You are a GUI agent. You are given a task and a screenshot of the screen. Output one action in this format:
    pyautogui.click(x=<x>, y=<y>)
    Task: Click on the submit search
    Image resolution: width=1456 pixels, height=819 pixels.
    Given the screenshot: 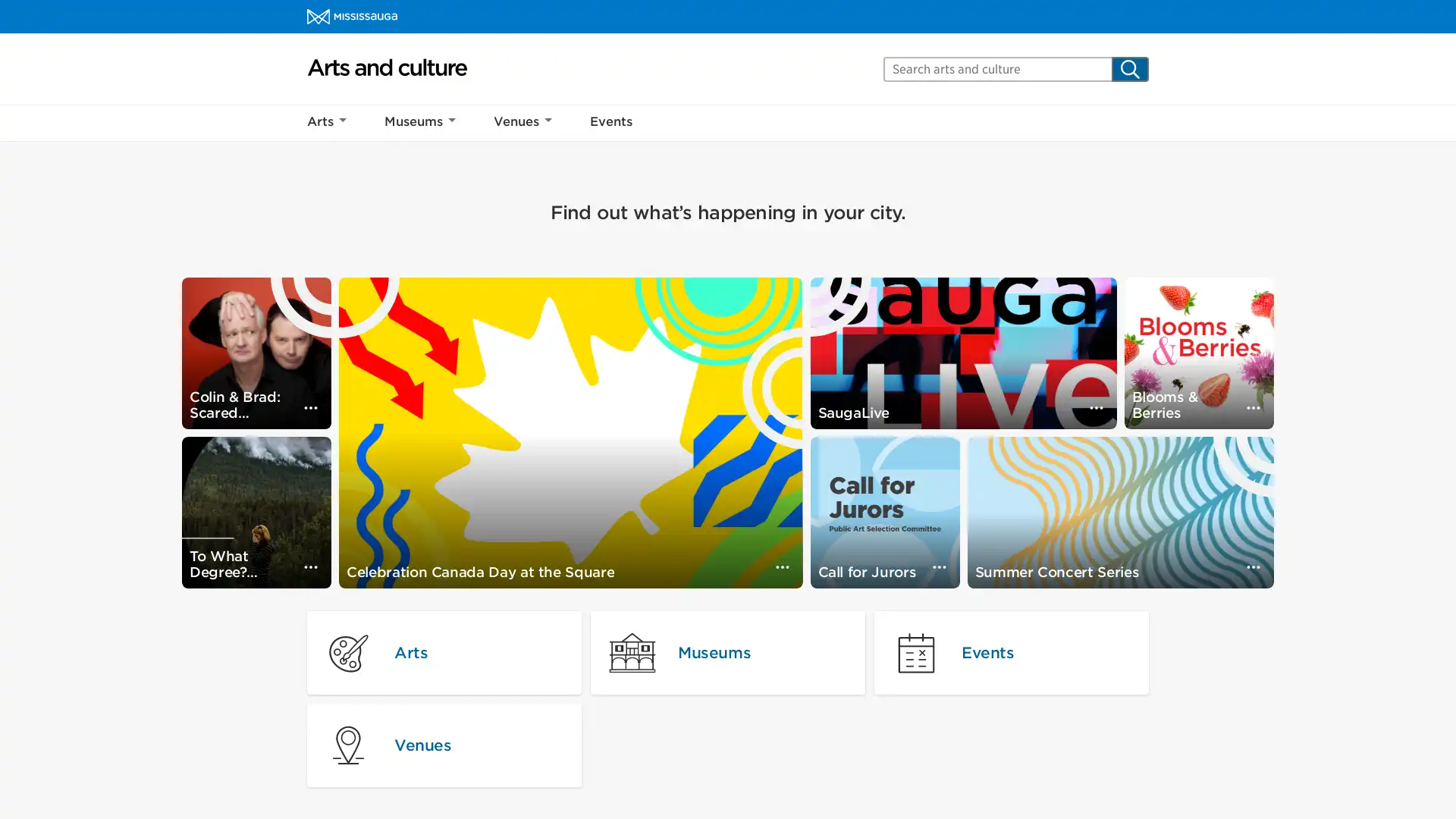 What is the action you would take?
    pyautogui.click(x=1130, y=68)
    